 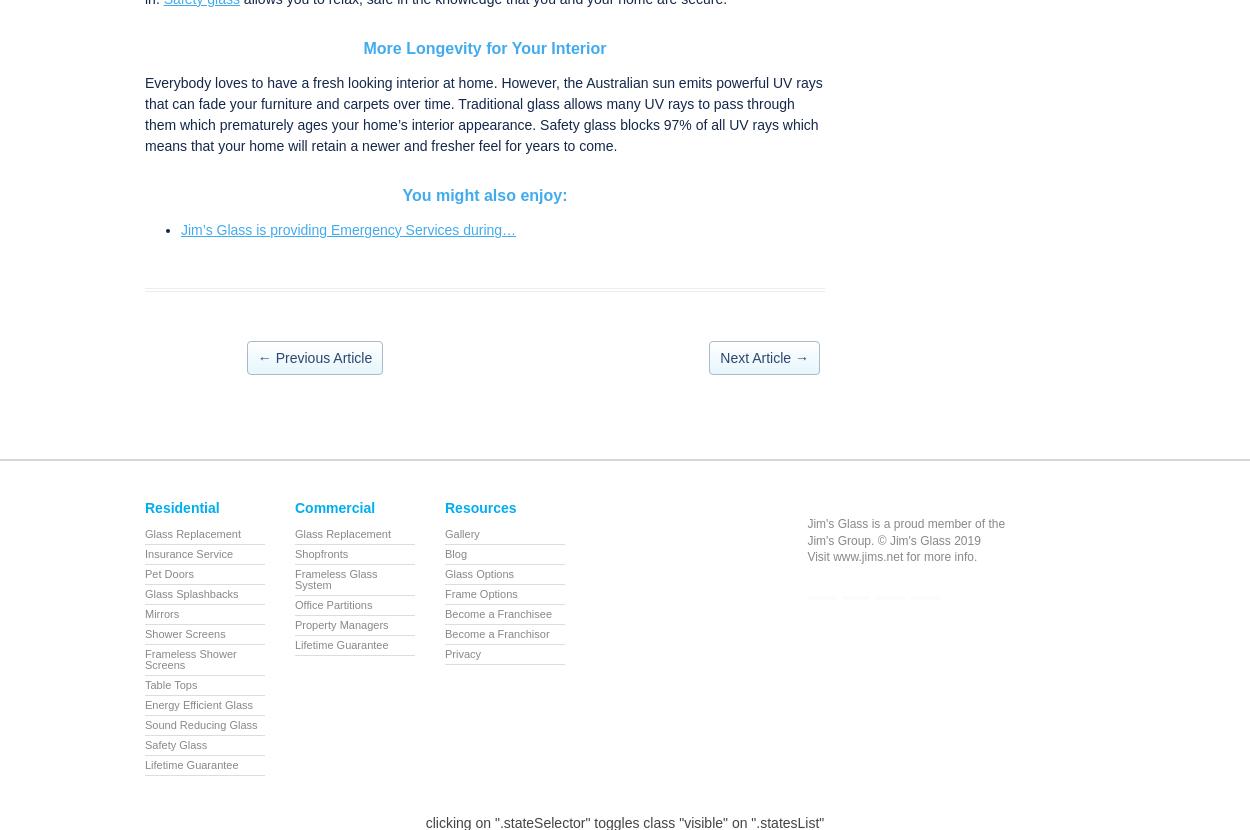 I want to click on 'Mirrors', so click(x=145, y=613).